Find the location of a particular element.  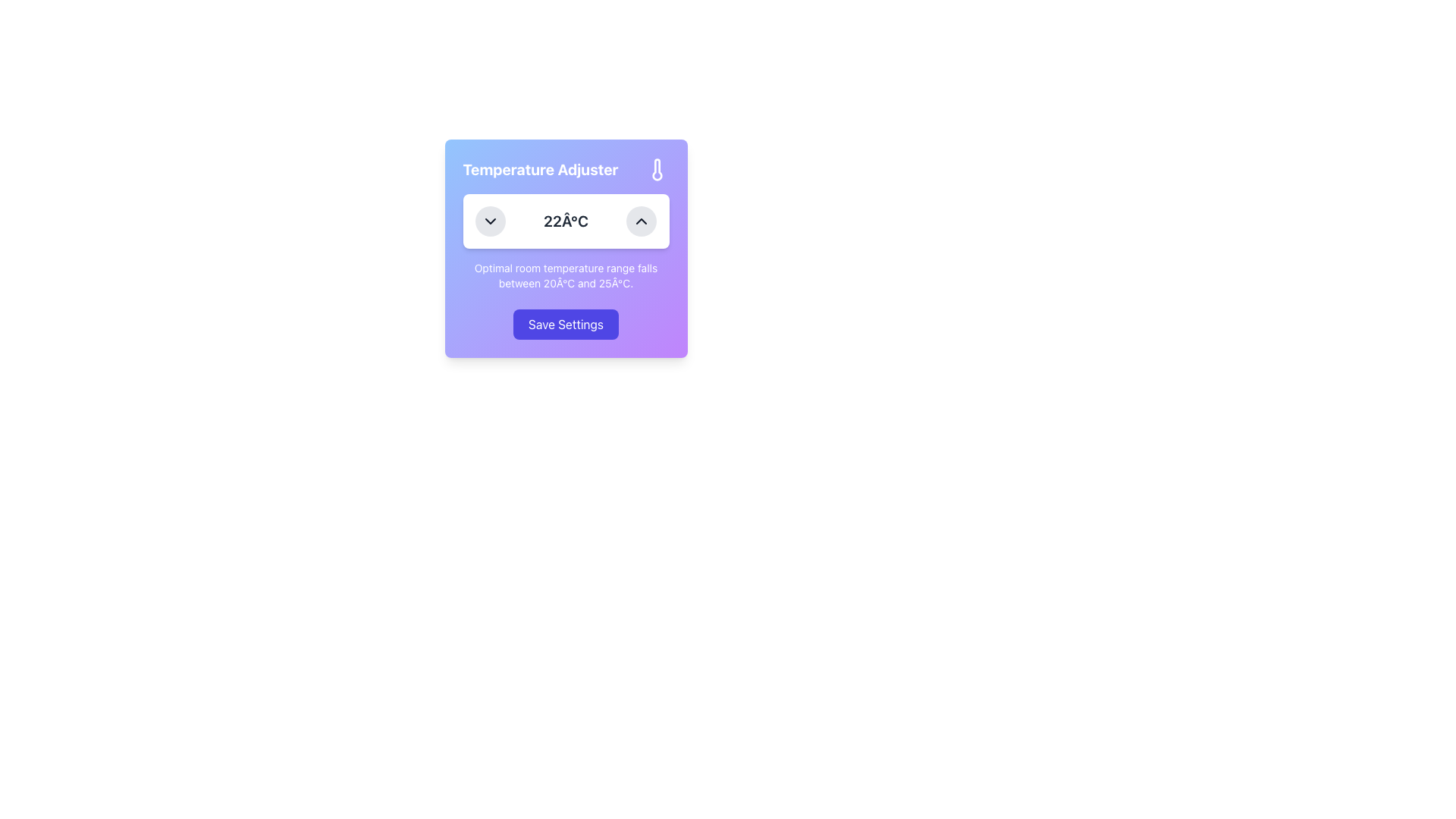

the chevron-up icon on the circular button located on the right side of the temperature control interface to increment the temperature is located at coordinates (642, 221).